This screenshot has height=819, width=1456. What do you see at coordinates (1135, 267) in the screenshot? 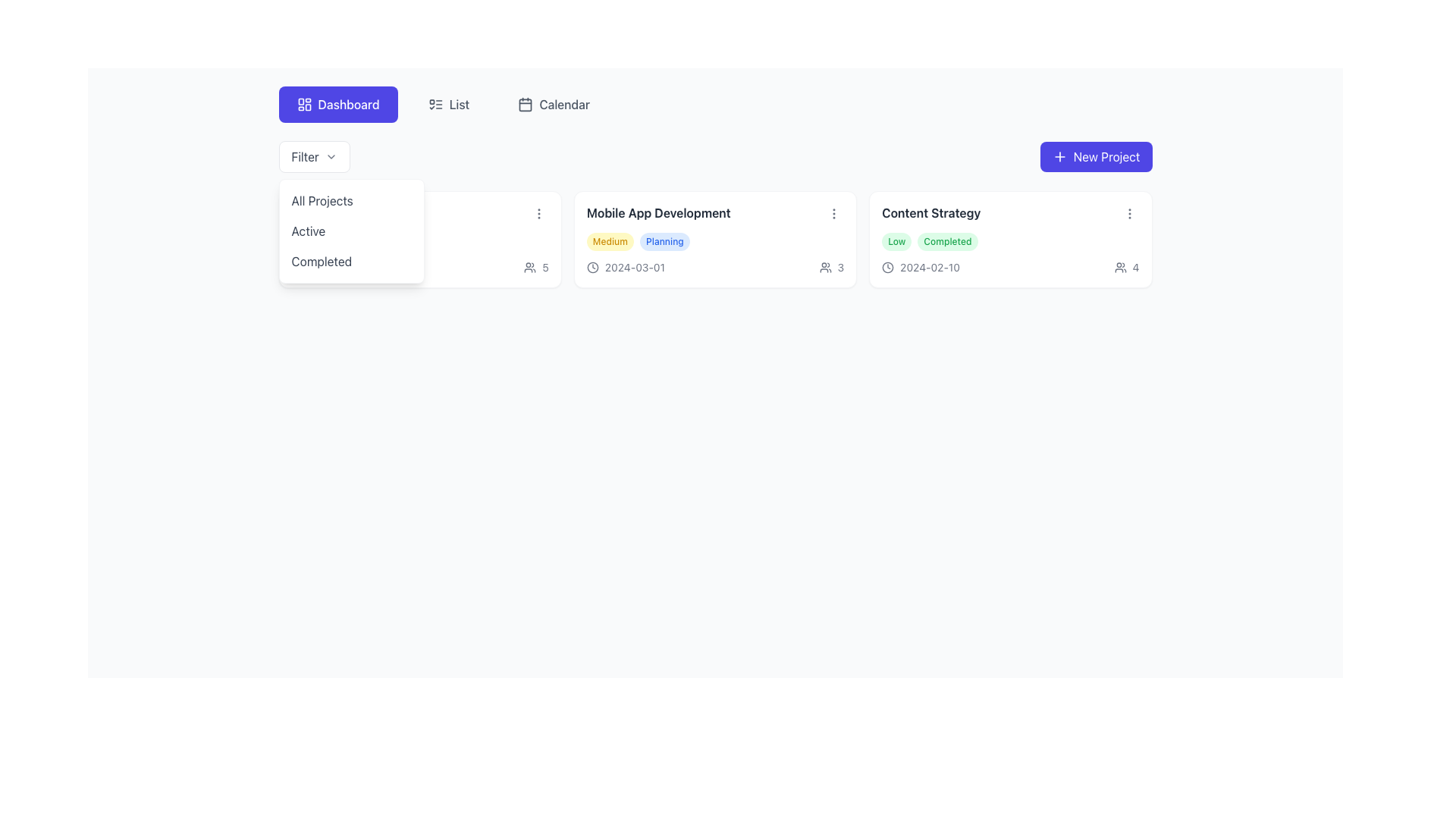
I see `the static text element displaying the number '4', which is located adjacent to the user icon in the 'Content Strategy' card` at bounding box center [1135, 267].